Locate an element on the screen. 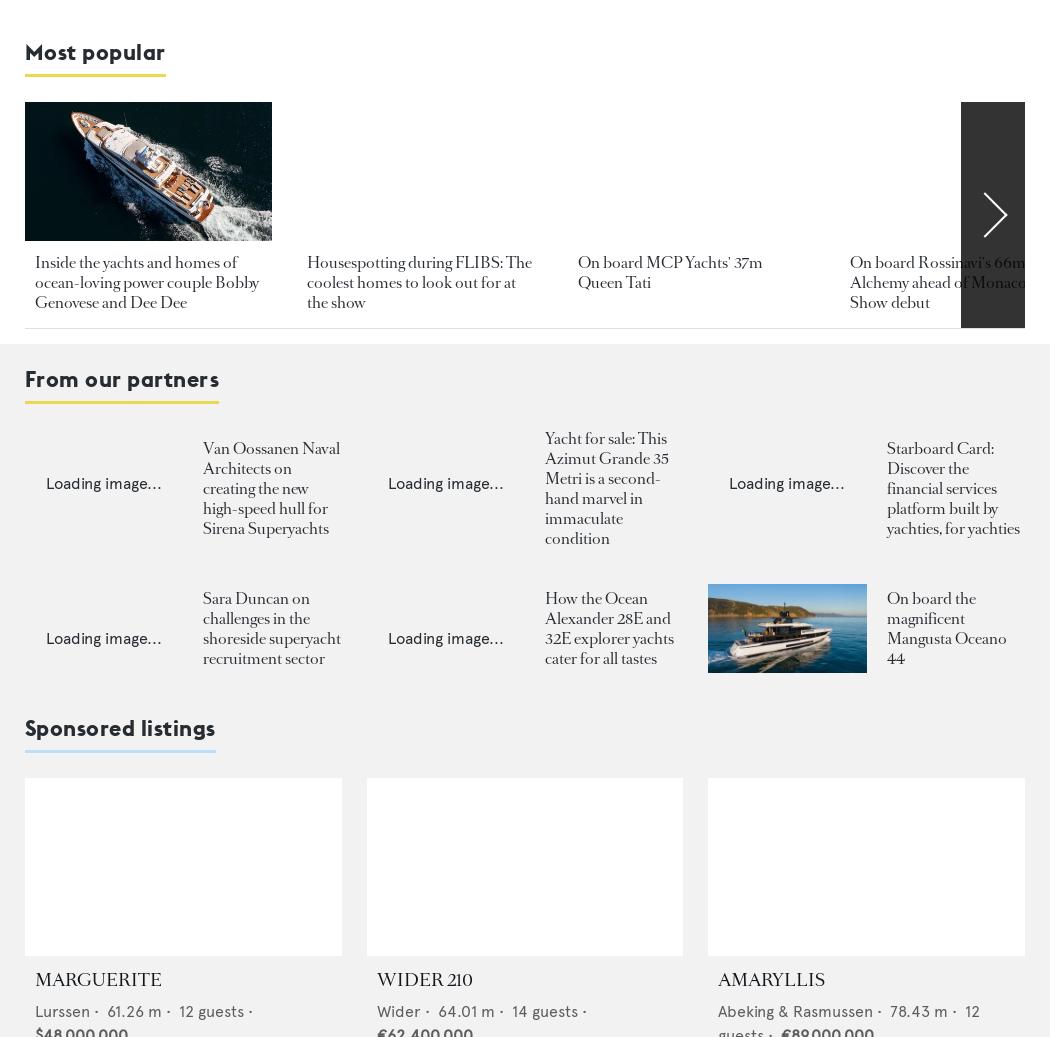 This screenshot has width=1050, height=1037. 'On board MCP Yachts' 37m Queen Tati' is located at coordinates (669, 270).